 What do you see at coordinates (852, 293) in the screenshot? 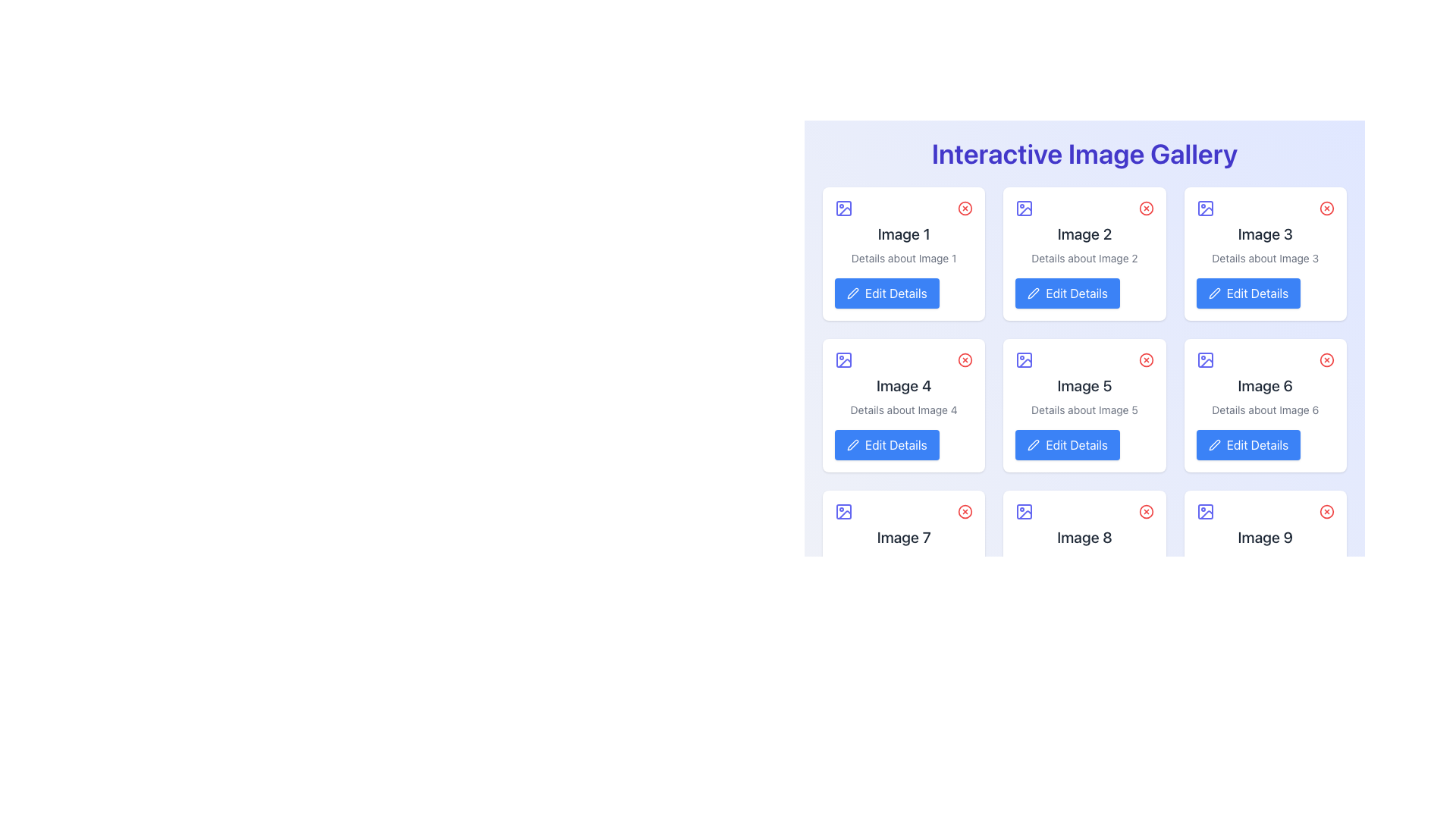
I see `the edit action icon located at the left side inside the 'Edit Details' button in the first column and first row of the grid layout` at bounding box center [852, 293].